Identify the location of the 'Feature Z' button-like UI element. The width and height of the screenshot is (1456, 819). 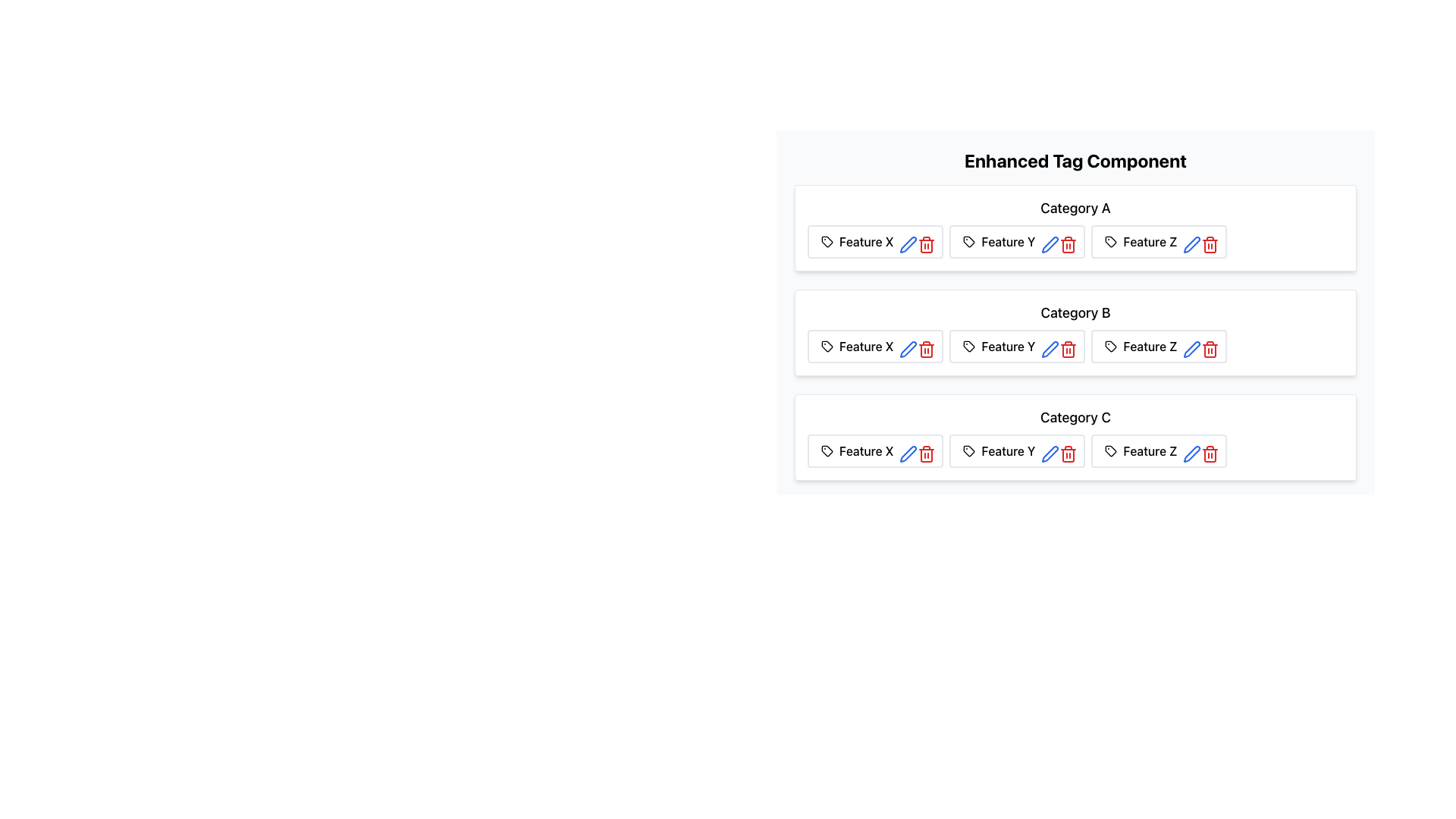
(1158, 241).